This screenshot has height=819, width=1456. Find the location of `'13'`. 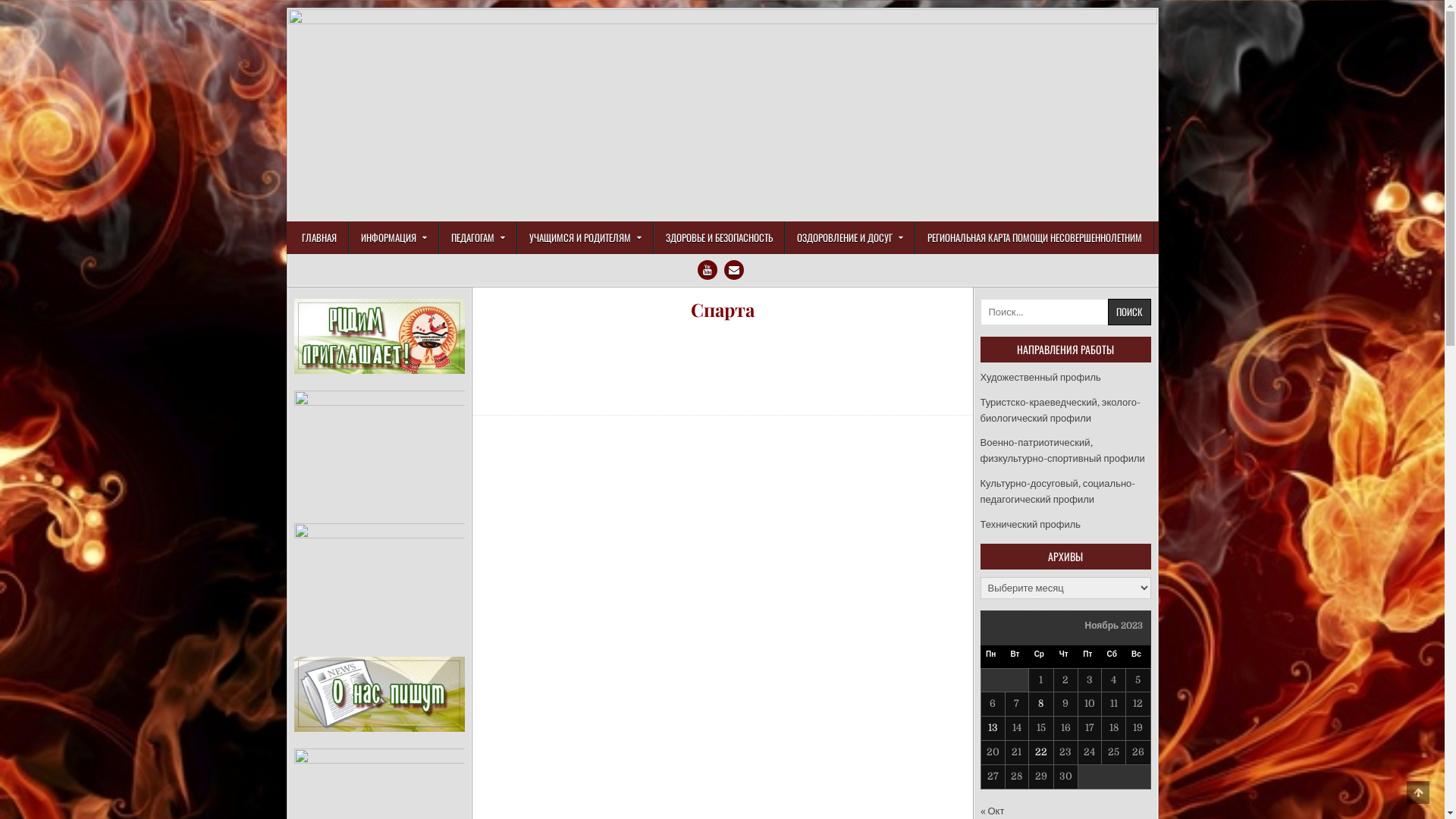

'13' is located at coordinates (993, 726).